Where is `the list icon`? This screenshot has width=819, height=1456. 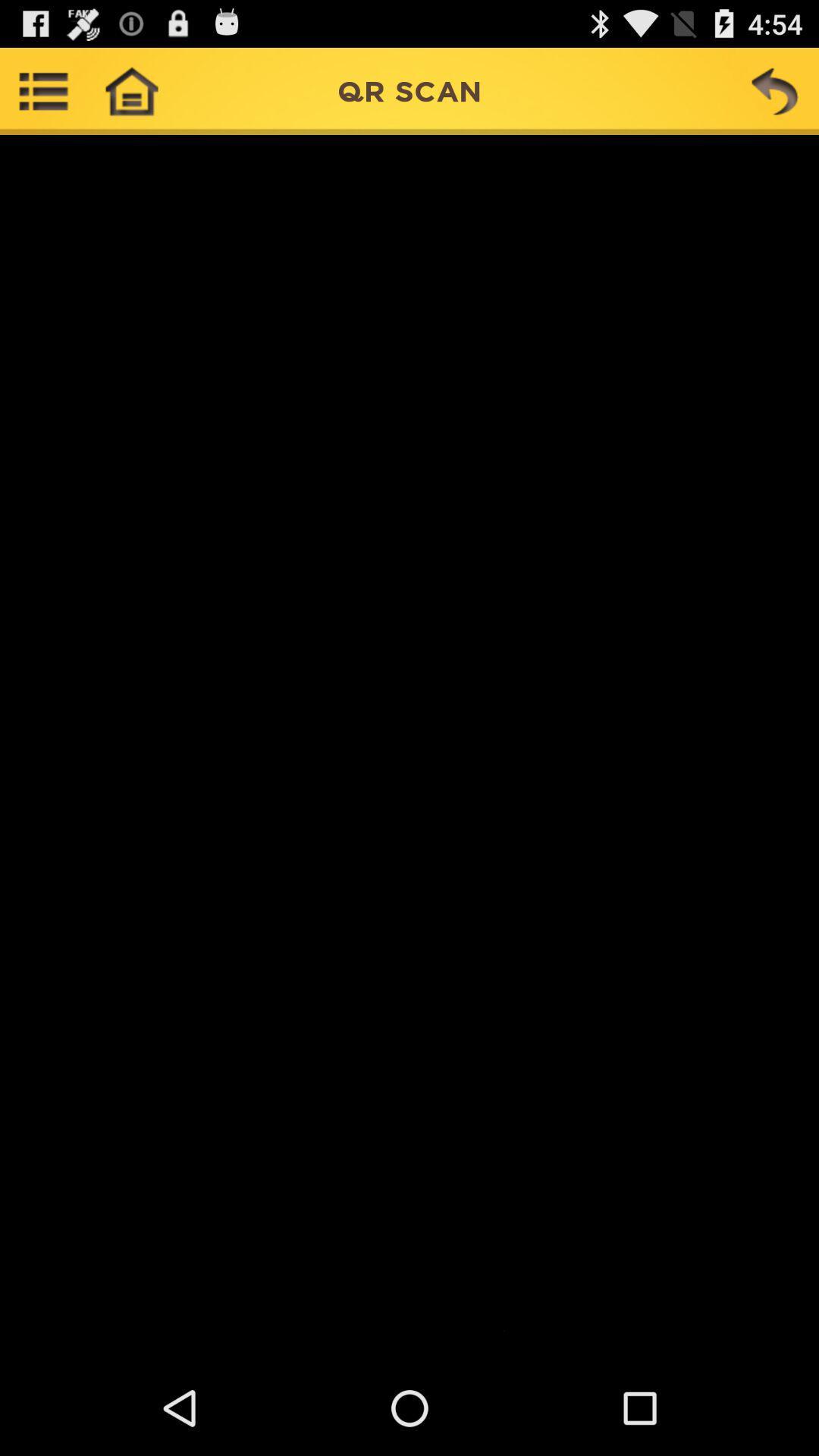 the list icon is located at coordinates (42, 97).